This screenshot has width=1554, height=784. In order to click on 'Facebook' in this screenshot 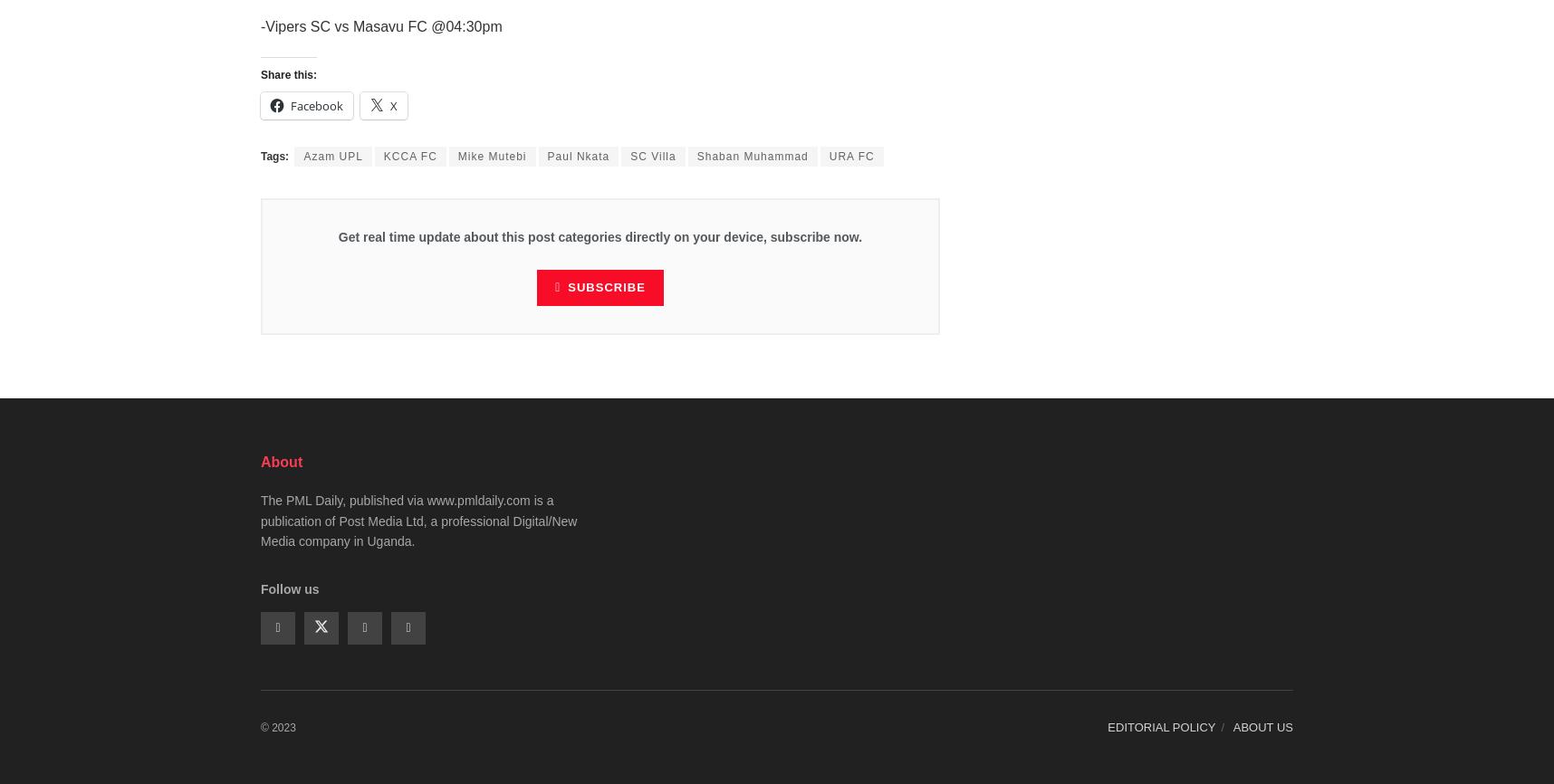, I will do `click(317, 105)`.